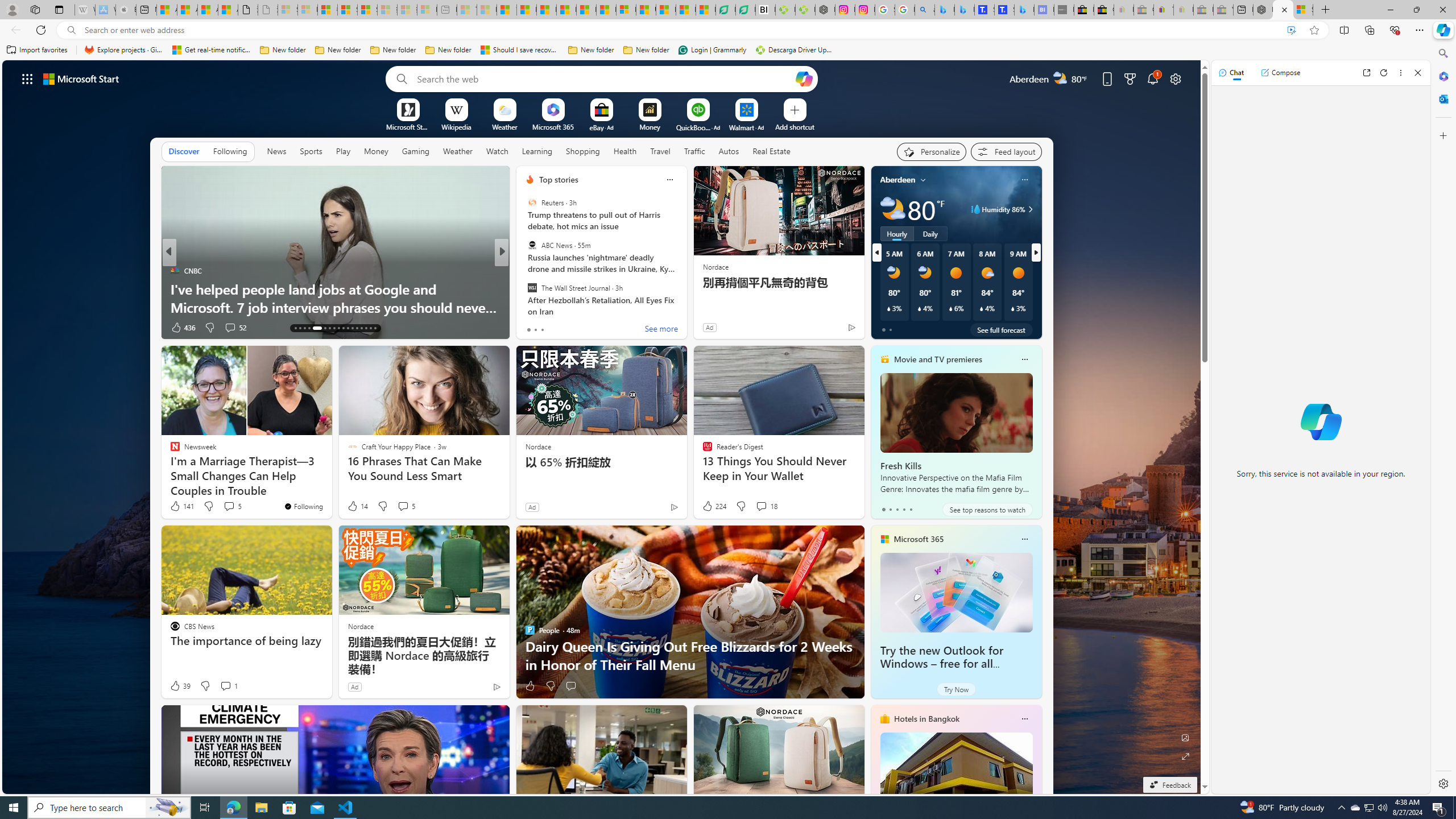 Image resolution: width=1456 pixels, height=819 pixels. What do you see at coordinates (528, 327) in the screenshot?
I see `'7 Like'` at bounding box center [528, 327].